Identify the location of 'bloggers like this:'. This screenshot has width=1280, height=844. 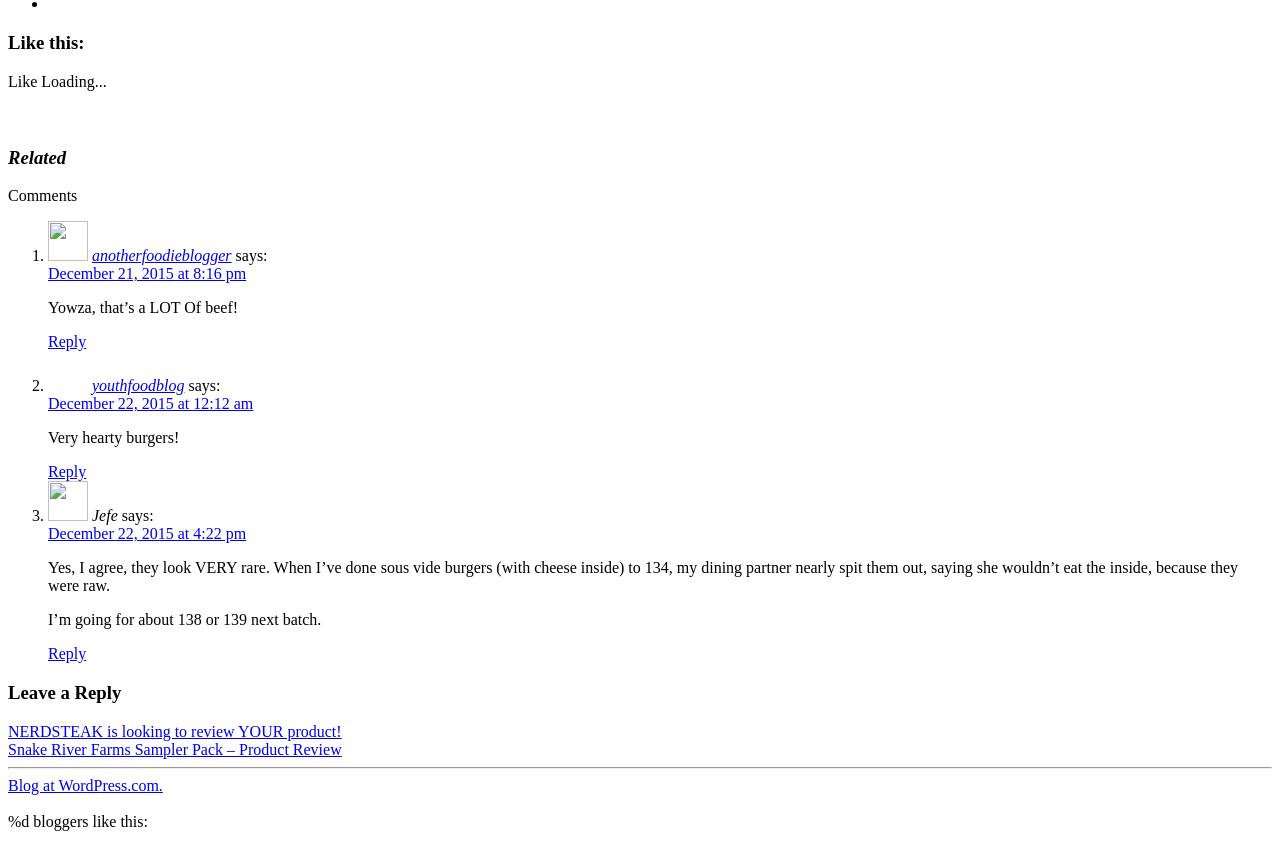
(86, 820).